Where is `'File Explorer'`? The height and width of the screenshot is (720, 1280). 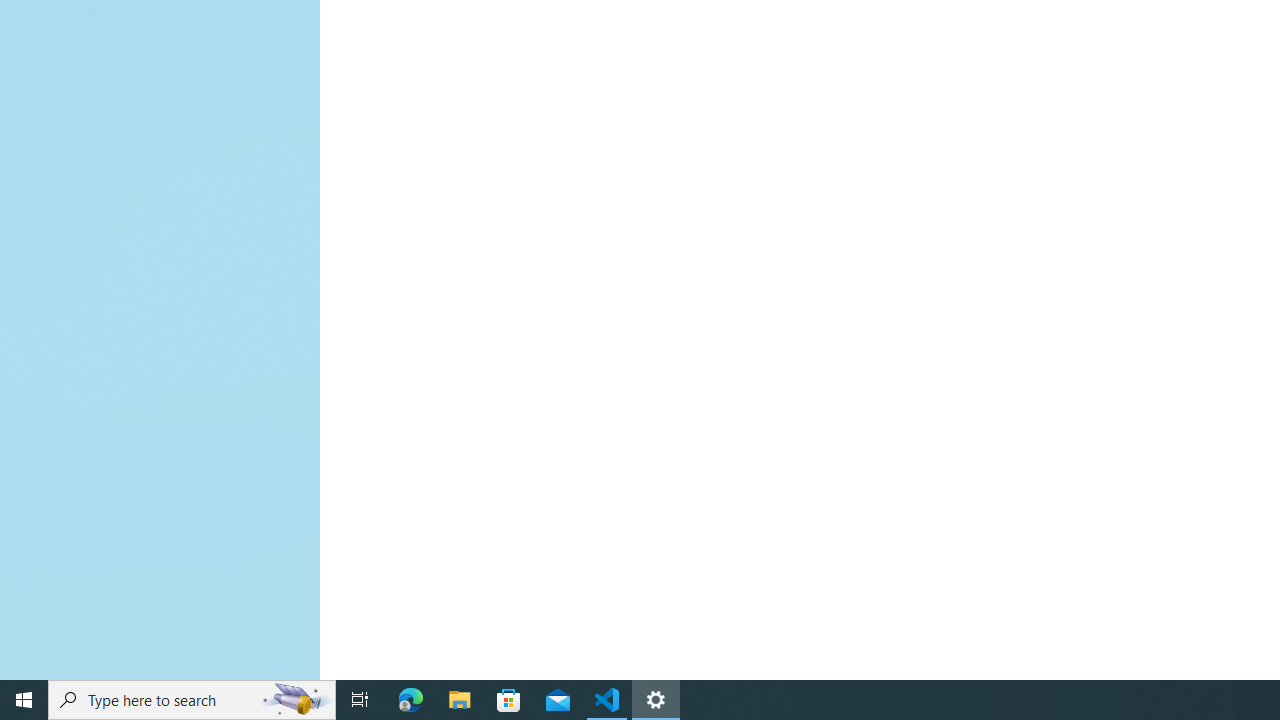 'File Explorer' is located at coordinates (459, 698).